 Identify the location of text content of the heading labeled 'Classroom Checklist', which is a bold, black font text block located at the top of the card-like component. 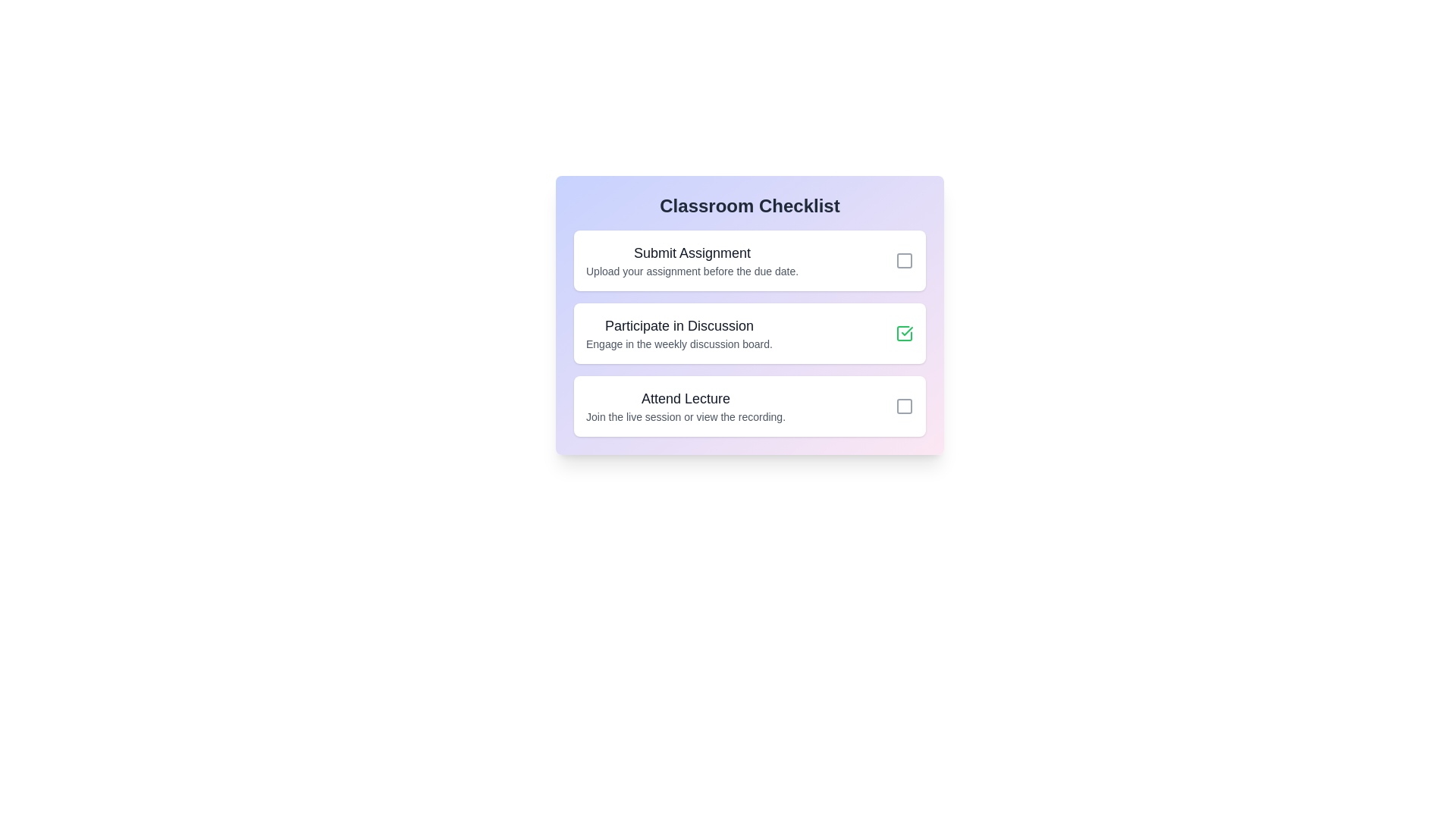
(749, 206).